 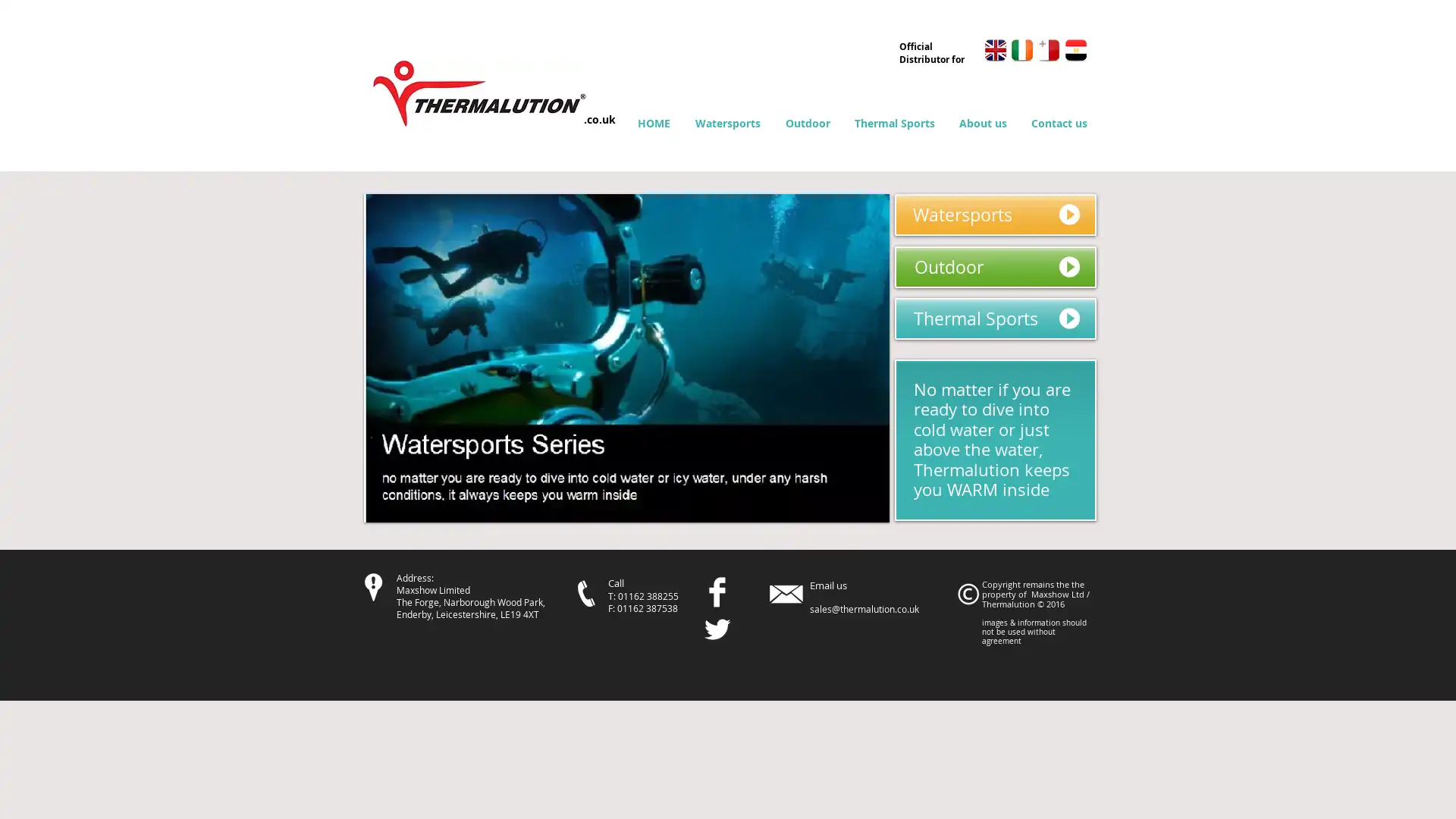 What do you see at coordinates (396, 357) in the screenshot?
I see `previous` at bounding box center [396, 357].